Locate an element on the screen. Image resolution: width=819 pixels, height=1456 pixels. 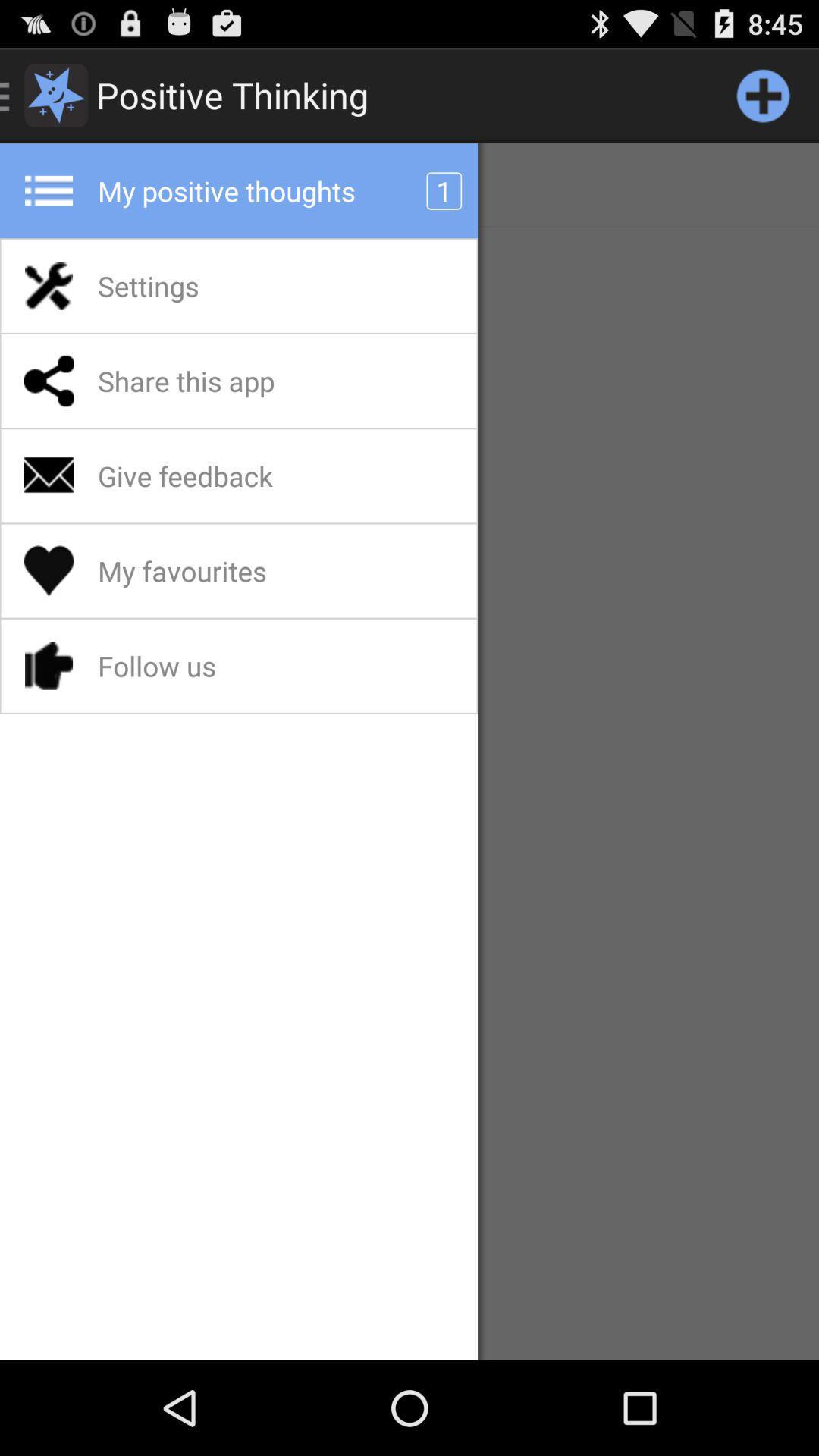
item to the right of my positive thoughts is located at coordinates (763, 94).